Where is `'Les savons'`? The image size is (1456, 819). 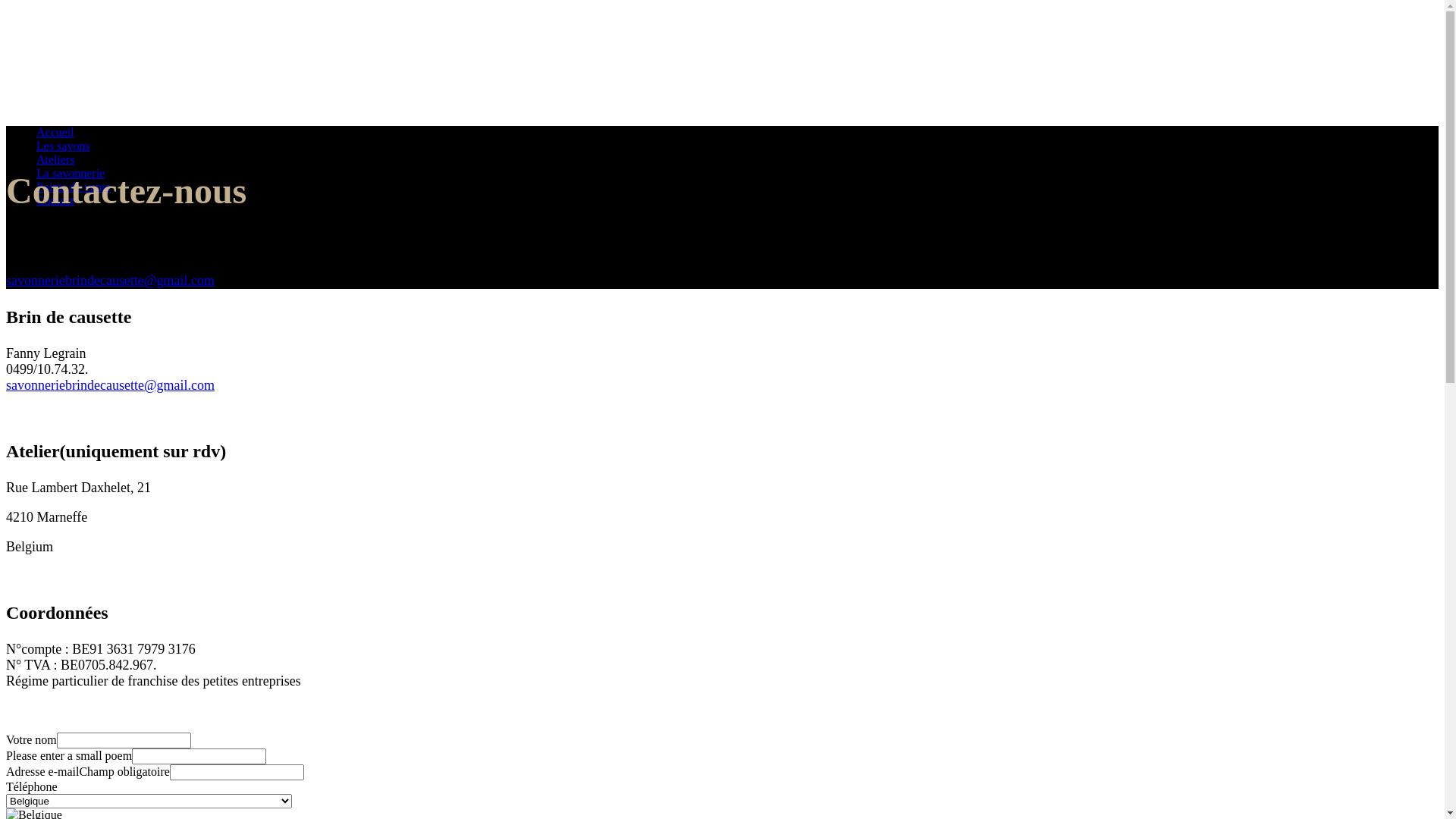
'Les savons' is located at coordinates (36, 146).